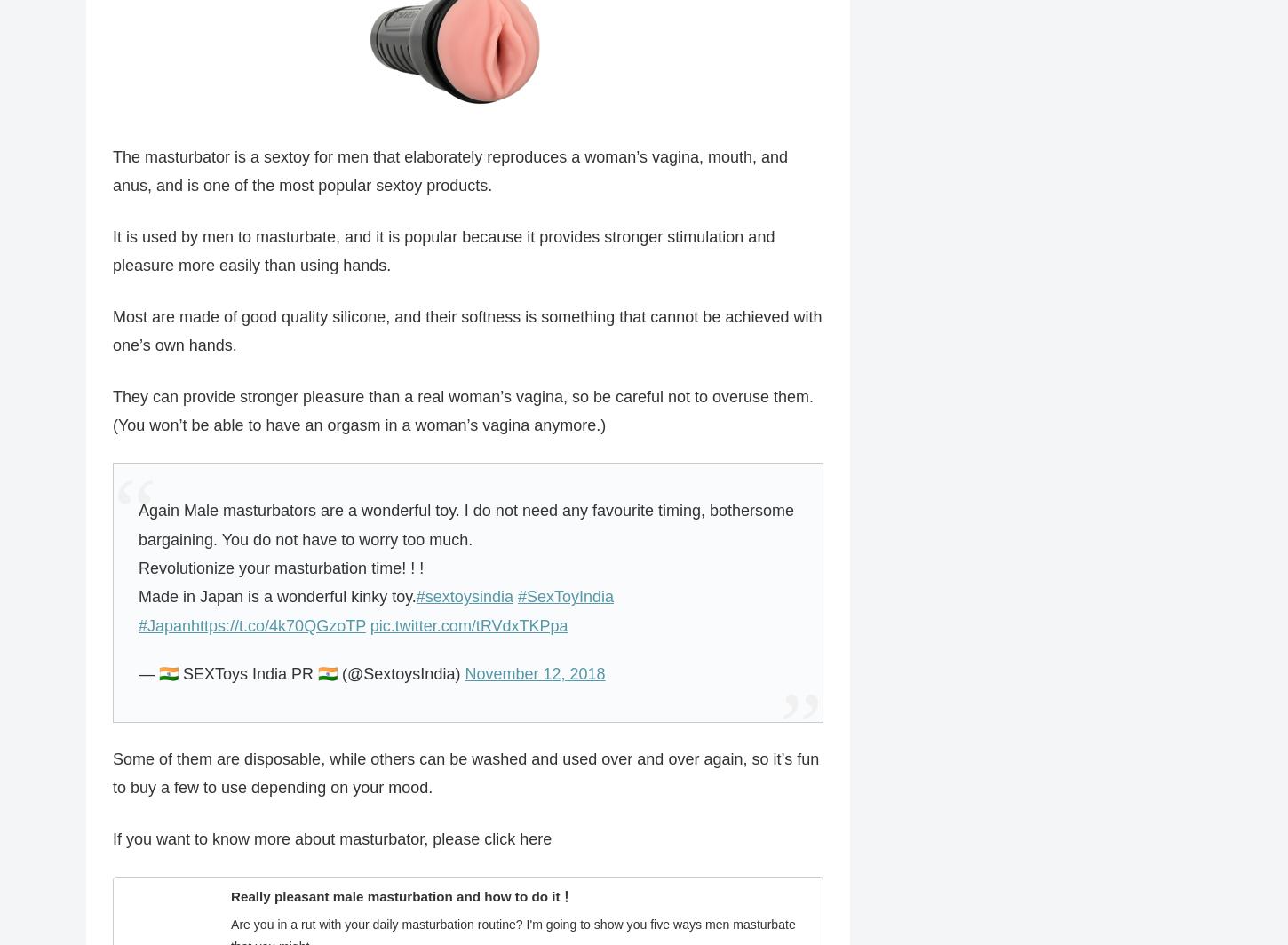 Image resolution: width=1288 pixels, height=945 pixels. What do you see at coordinates (301, 673) in the screenshot?
I see `'— 🇮🇳 SEXToys India PR 🇮🇳 (@SextoysIndia)'` at bounding box center [301, 673].